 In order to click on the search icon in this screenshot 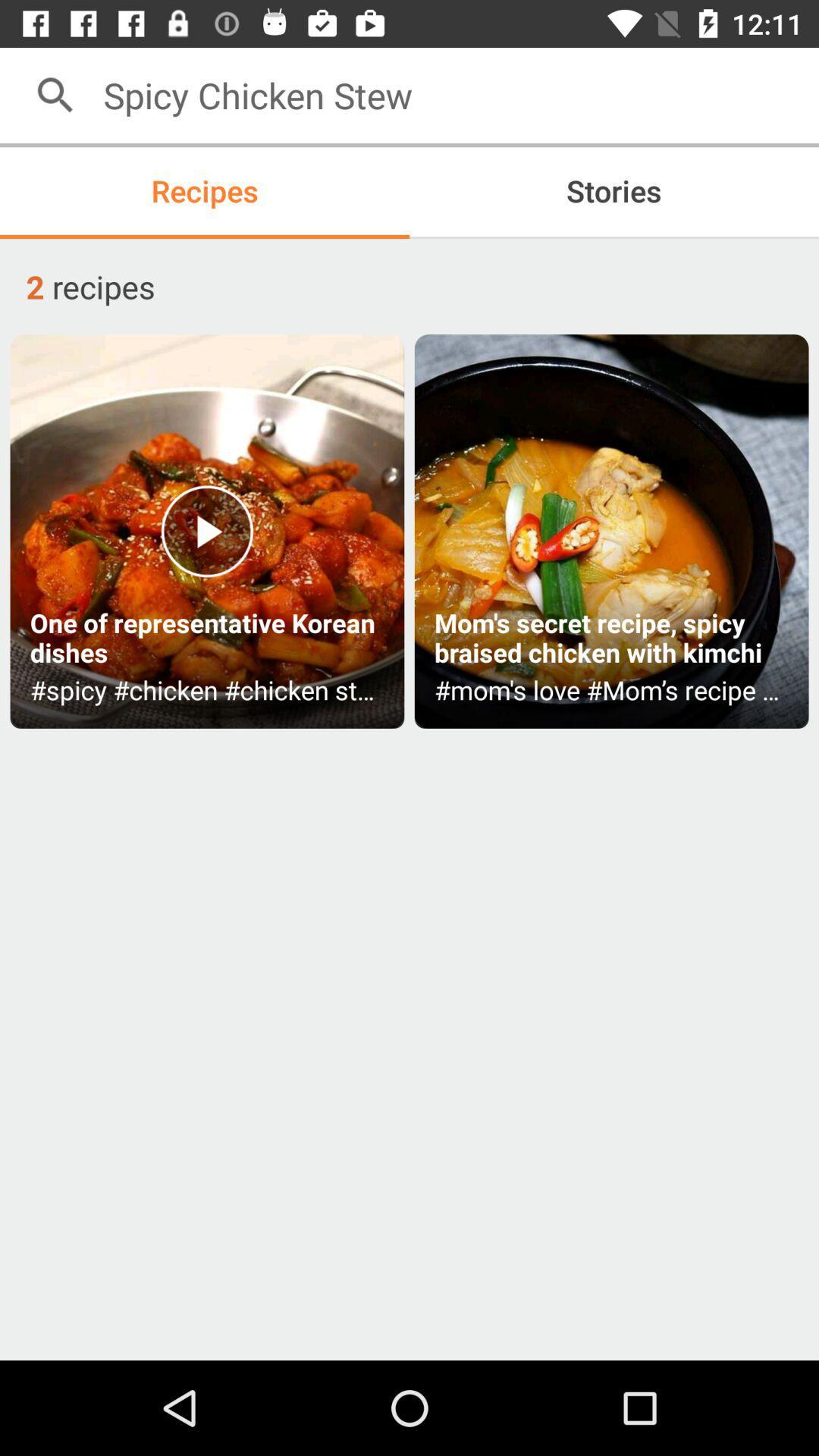, I will do `click(55, 94)`.